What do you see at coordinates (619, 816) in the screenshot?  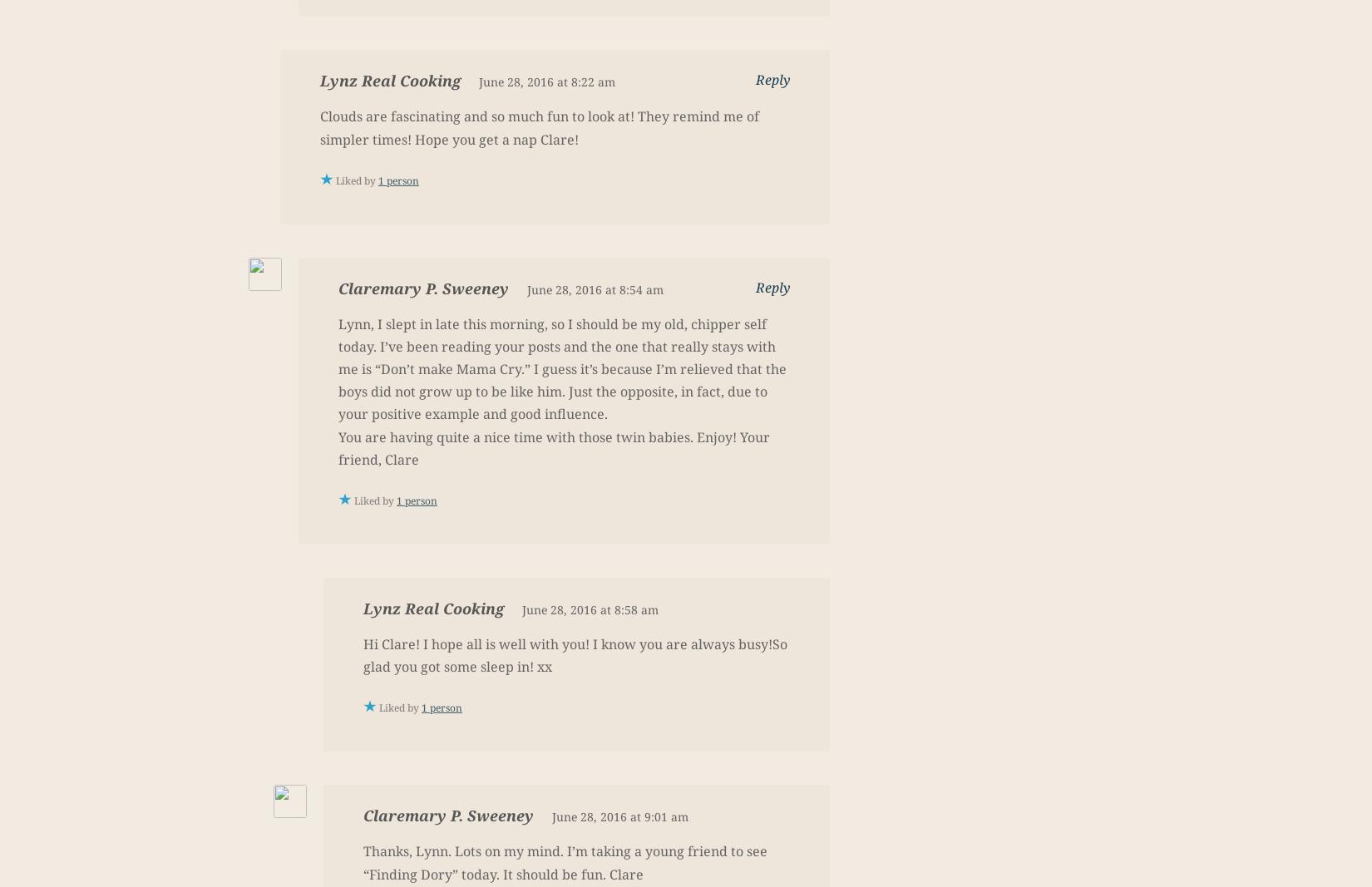 I see `'June 28, 2016 at 9:01 am'` at bounding box center [619, 816].